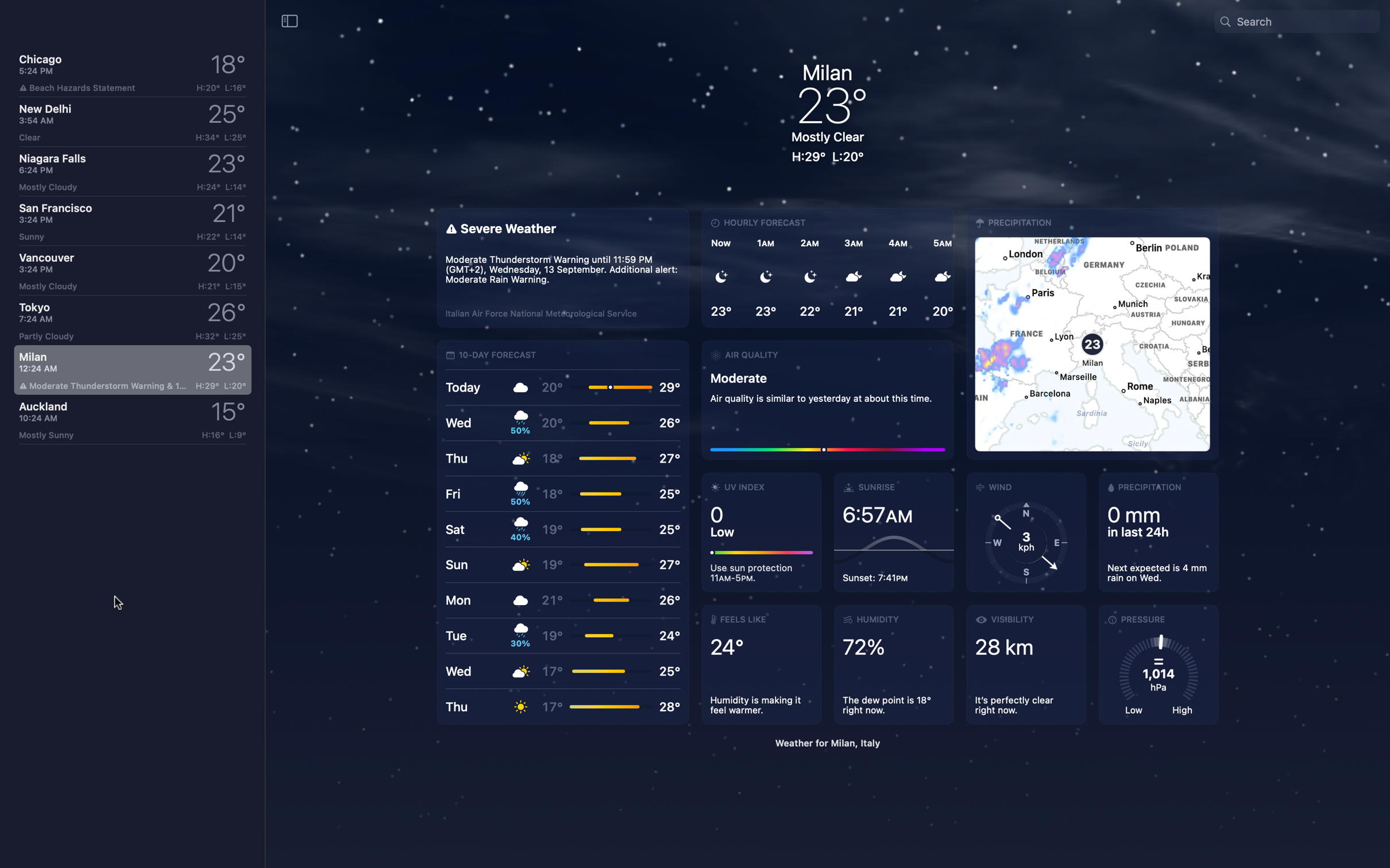 This screenshot has width=1390, height=868. I want to click on Retrieve extensive data about Milan"s atmospheric condition, so click(827, 398).